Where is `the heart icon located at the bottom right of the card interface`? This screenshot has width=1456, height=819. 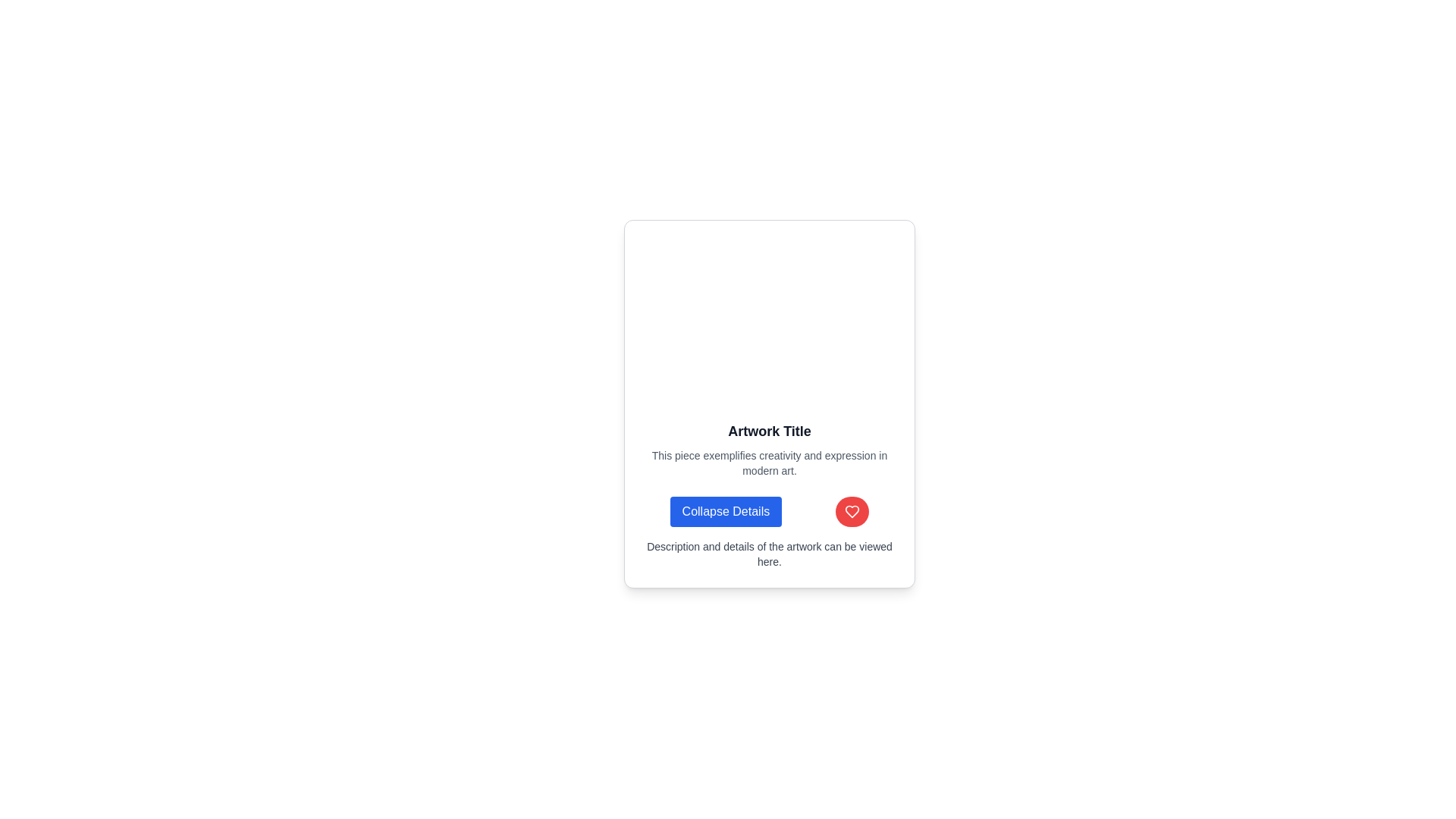
the heart icon located at the bottom right of the card interface is located at coordinates (852, 512).